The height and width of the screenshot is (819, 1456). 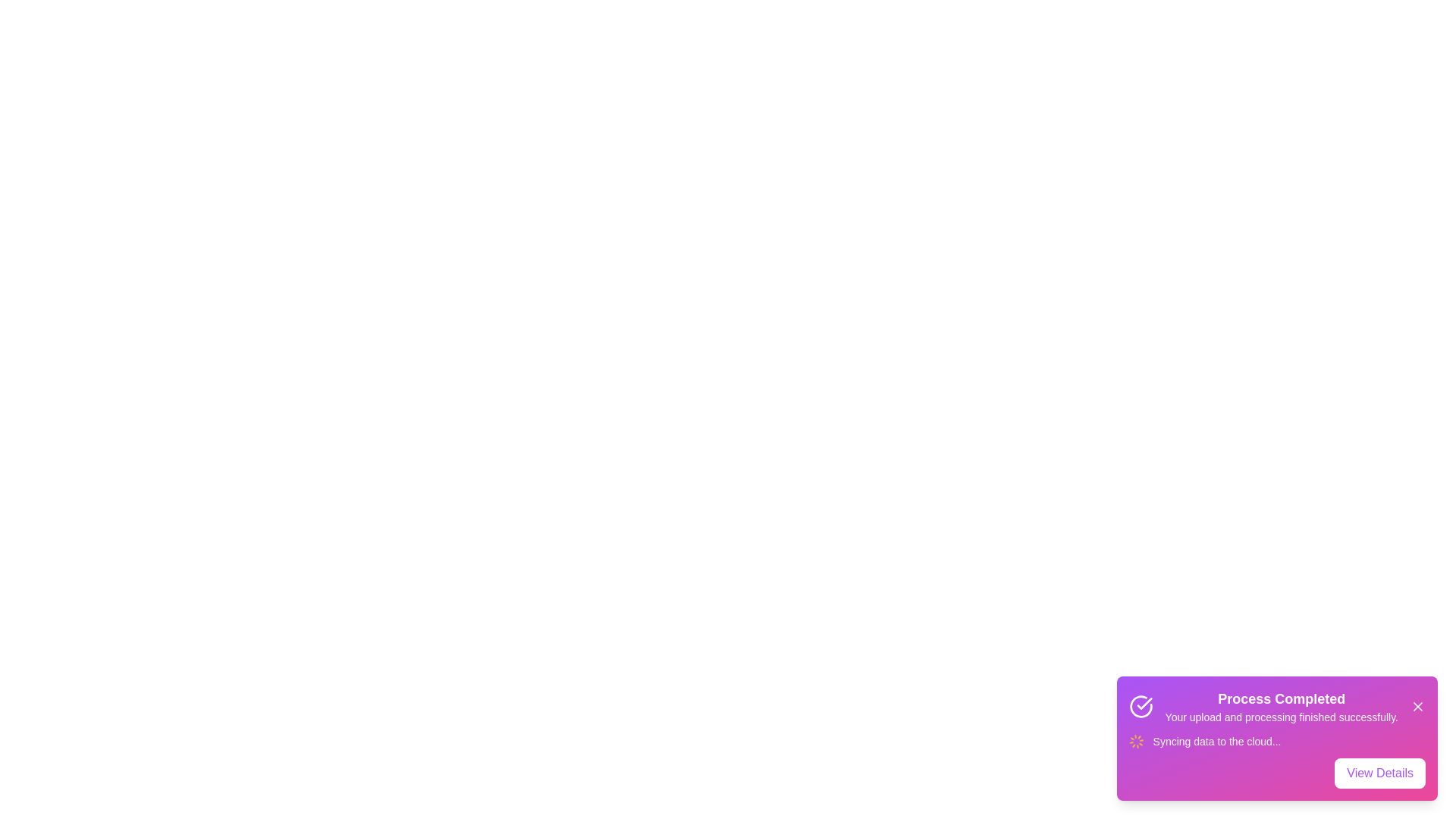 What do you see at coordinates (1417, 707) in the screenshot?
I see `the close button of the snackbar to dismiss it` at bounding box center [1417, 707].